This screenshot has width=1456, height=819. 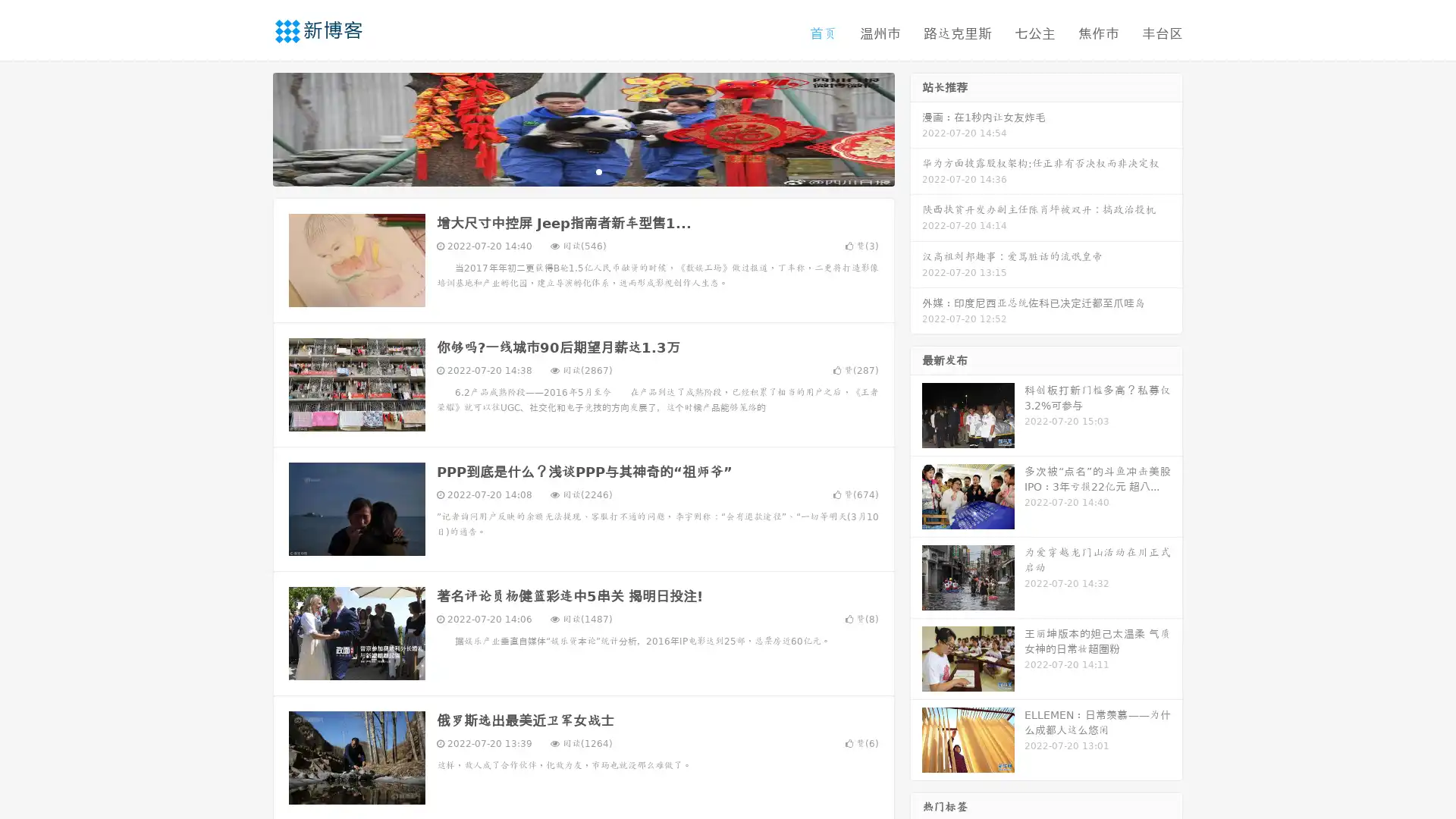 I want to click on Go to slide 3, so click(x=598, y=171).